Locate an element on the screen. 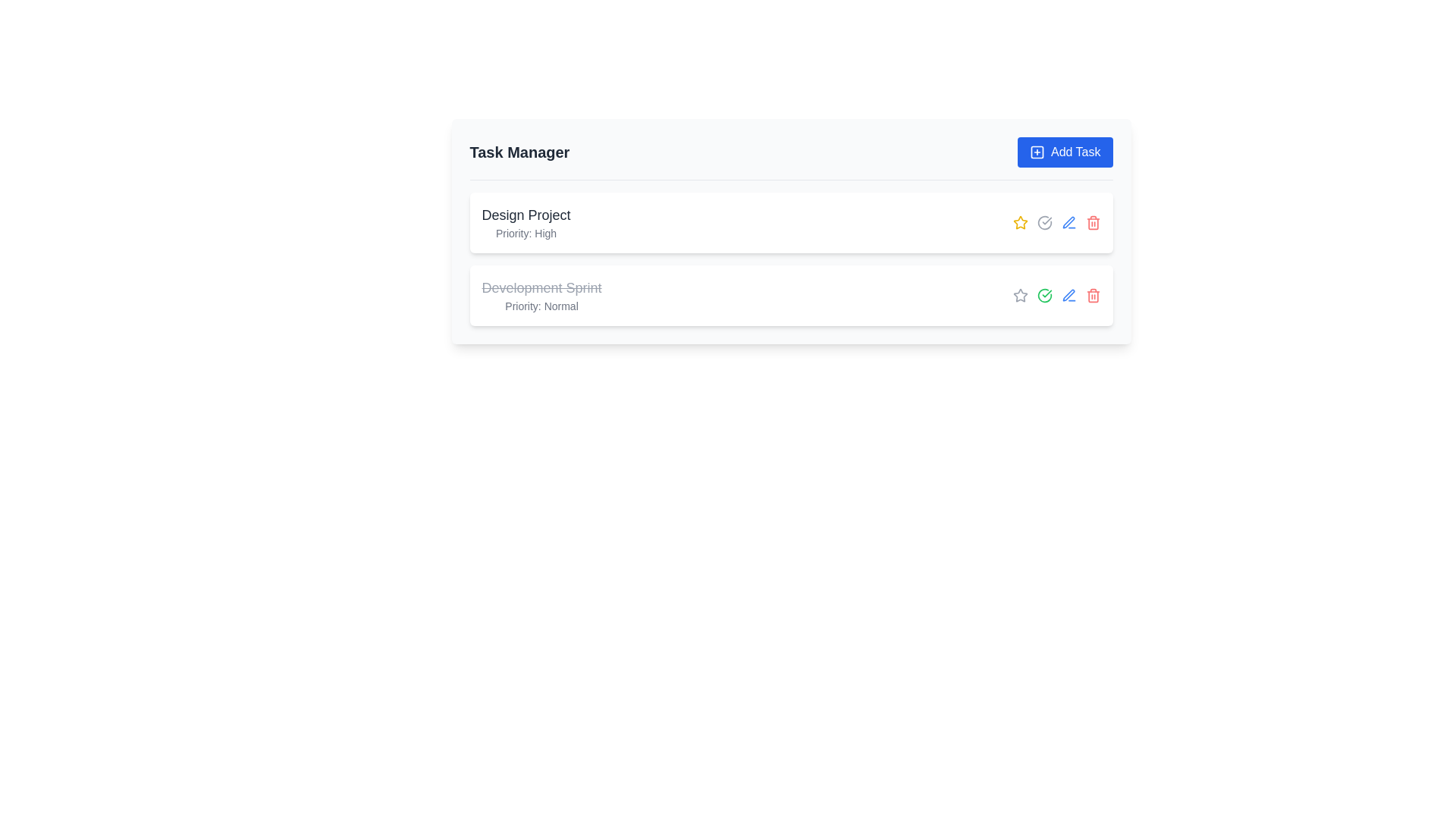  the third icon in the horizontal sequence, which symbolizes the edit action for modifying task details, to observe a visual state change is located at coordinates (1068, 295).